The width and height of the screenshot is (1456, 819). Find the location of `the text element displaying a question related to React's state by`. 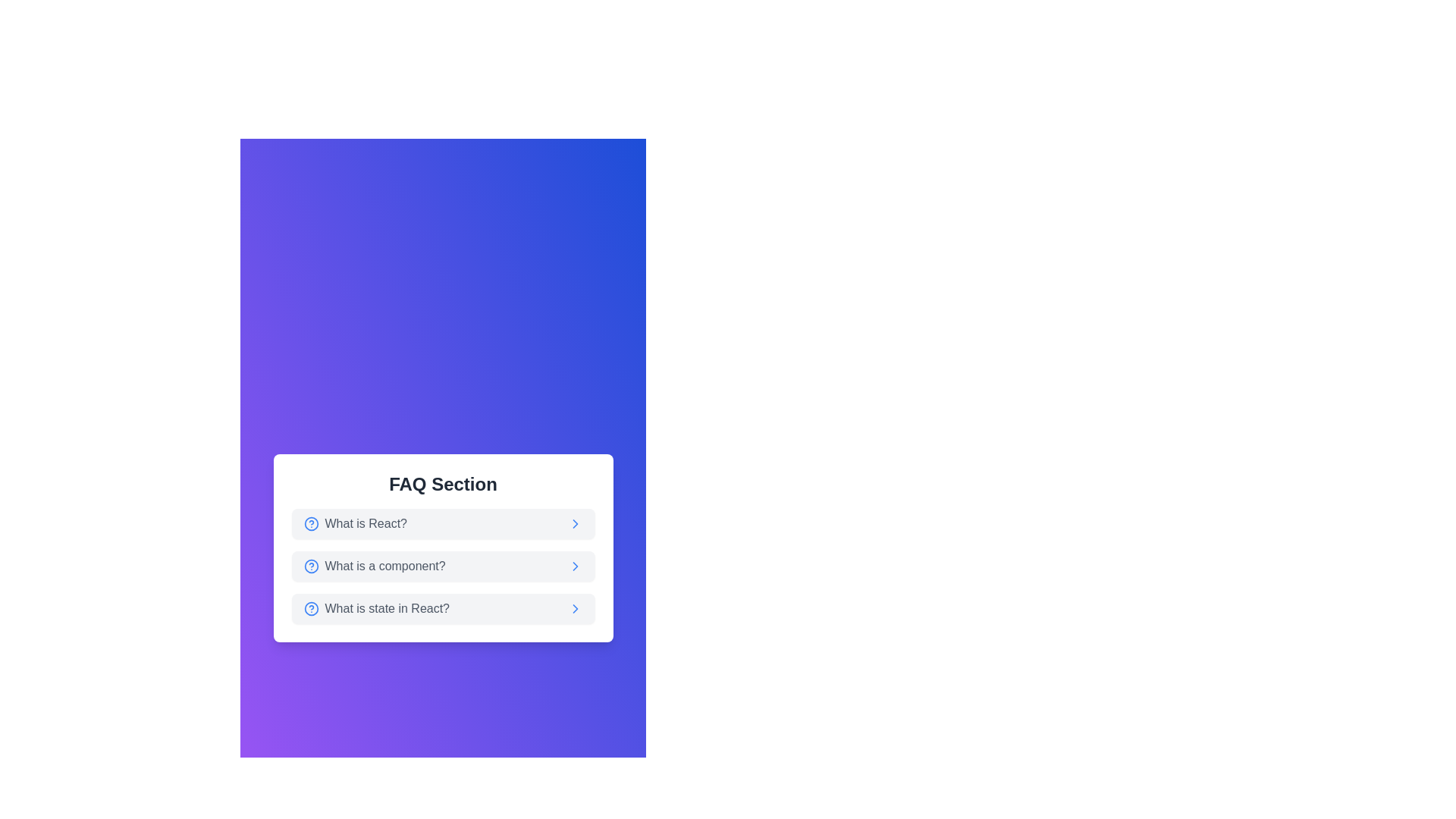

the text element displaying a question related to React's state by is located at coordinates (376, 607).